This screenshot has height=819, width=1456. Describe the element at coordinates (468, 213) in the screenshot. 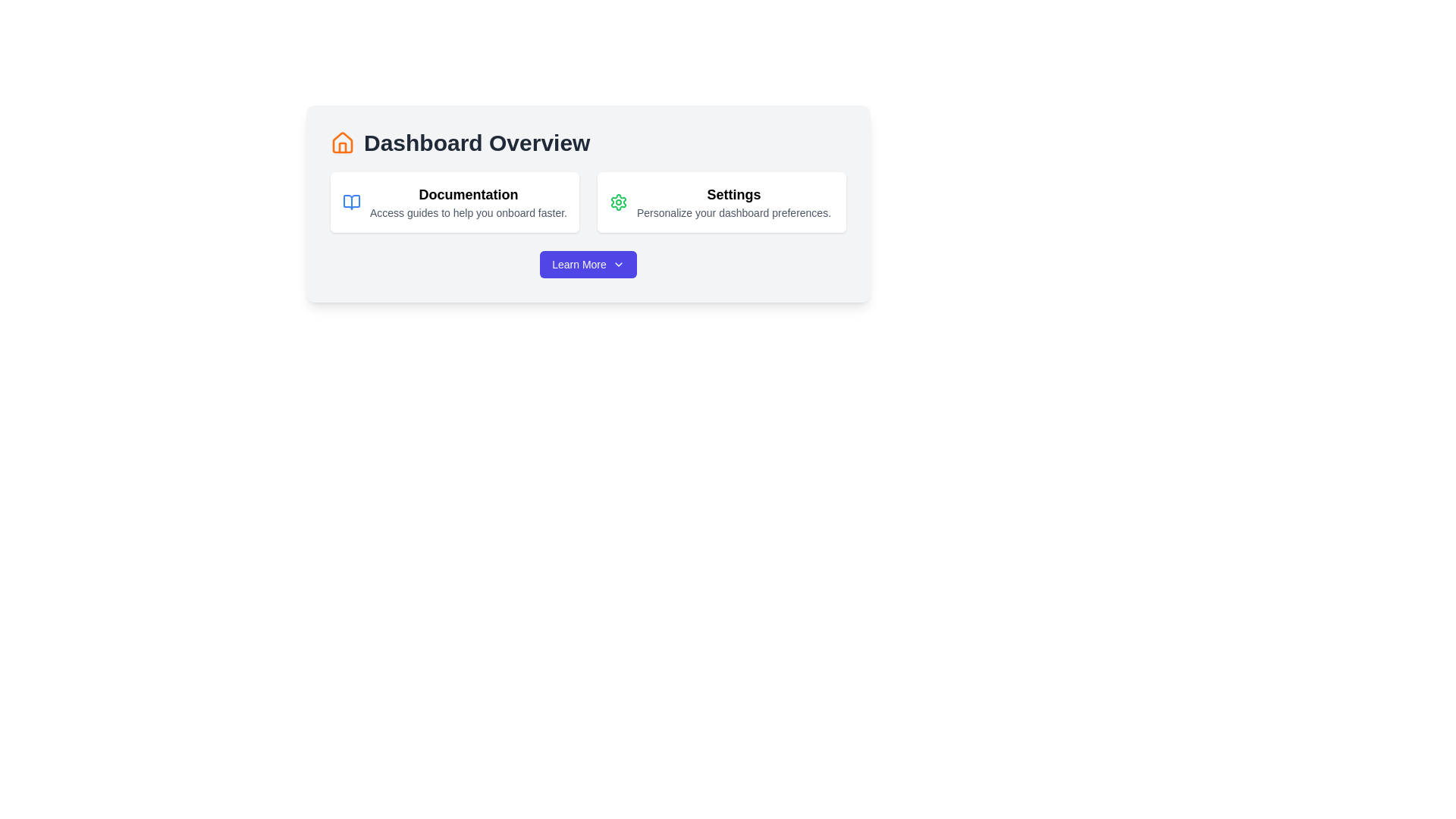

I see `the supportive description text element located below the 'Documentation' heading in the card-like section` at that location.